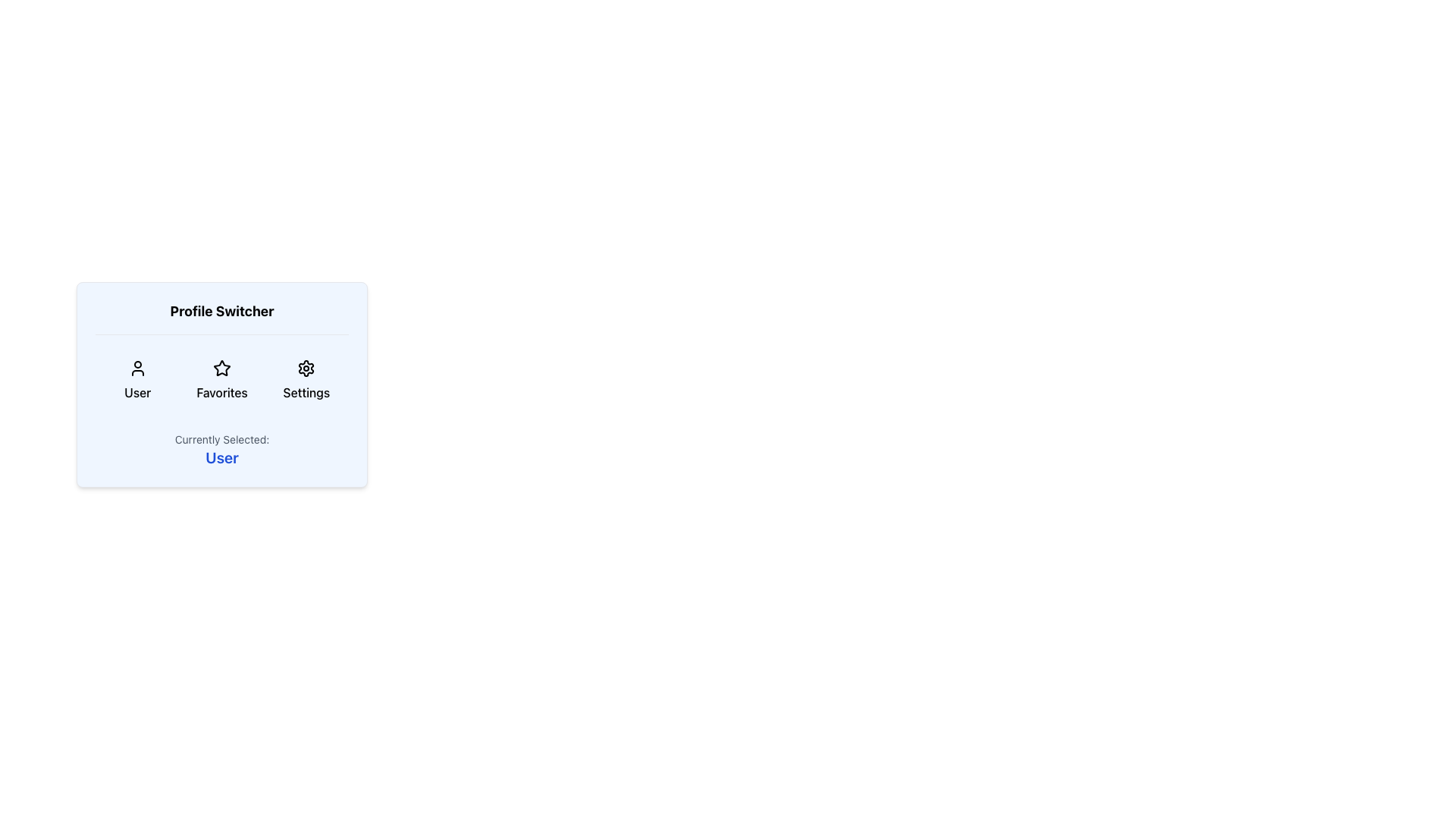 This screenshot has height=819, width=1456. What do you see at coordinates (221, 368) in the screenshot?
I see `the star-shaped icon with a black contour to interact with the Favorites feature` at bounding box center [221, 368].